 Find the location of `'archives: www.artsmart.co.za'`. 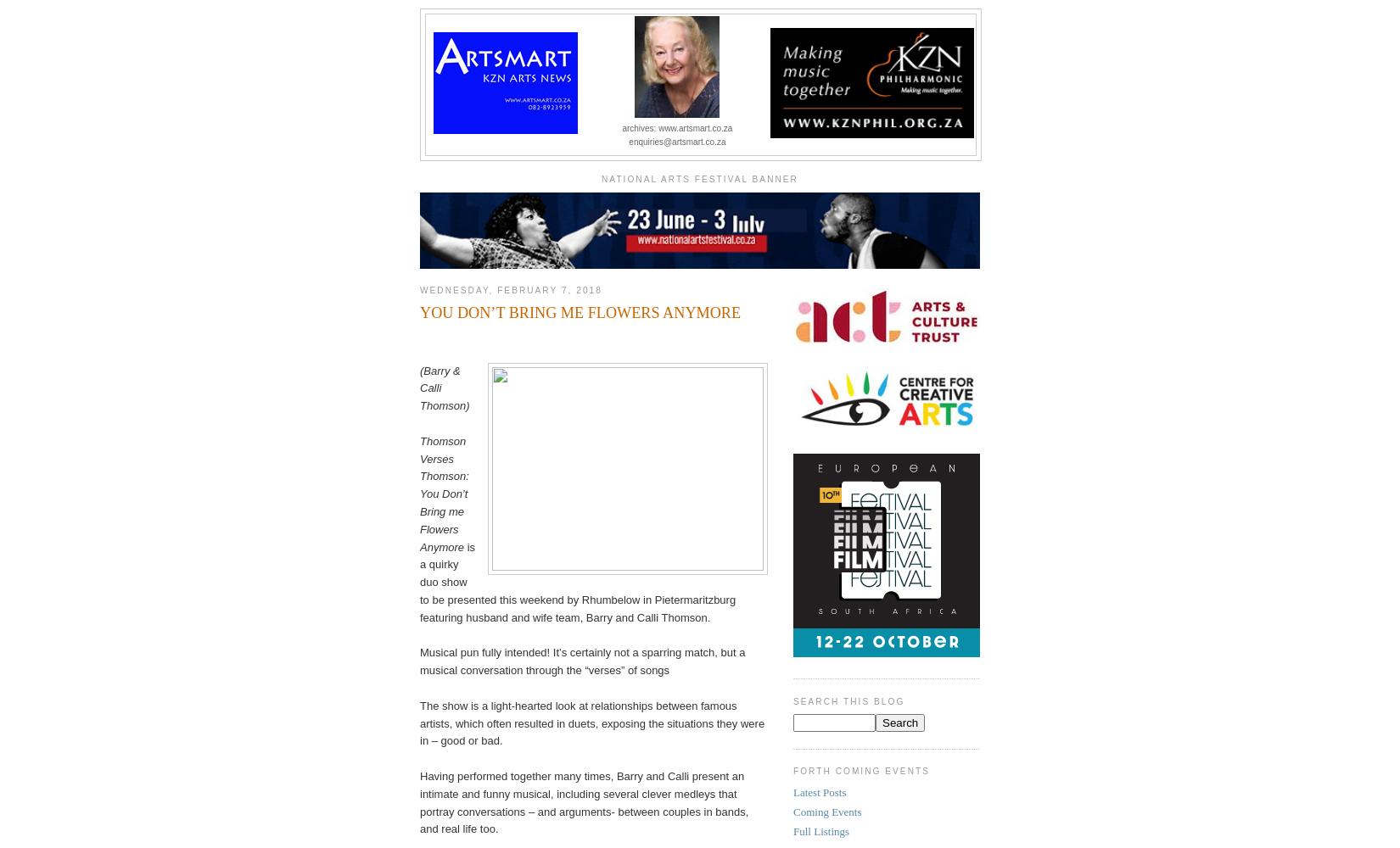

'archives: www.artsmart.co.za' is located at coordinates (675, 128).